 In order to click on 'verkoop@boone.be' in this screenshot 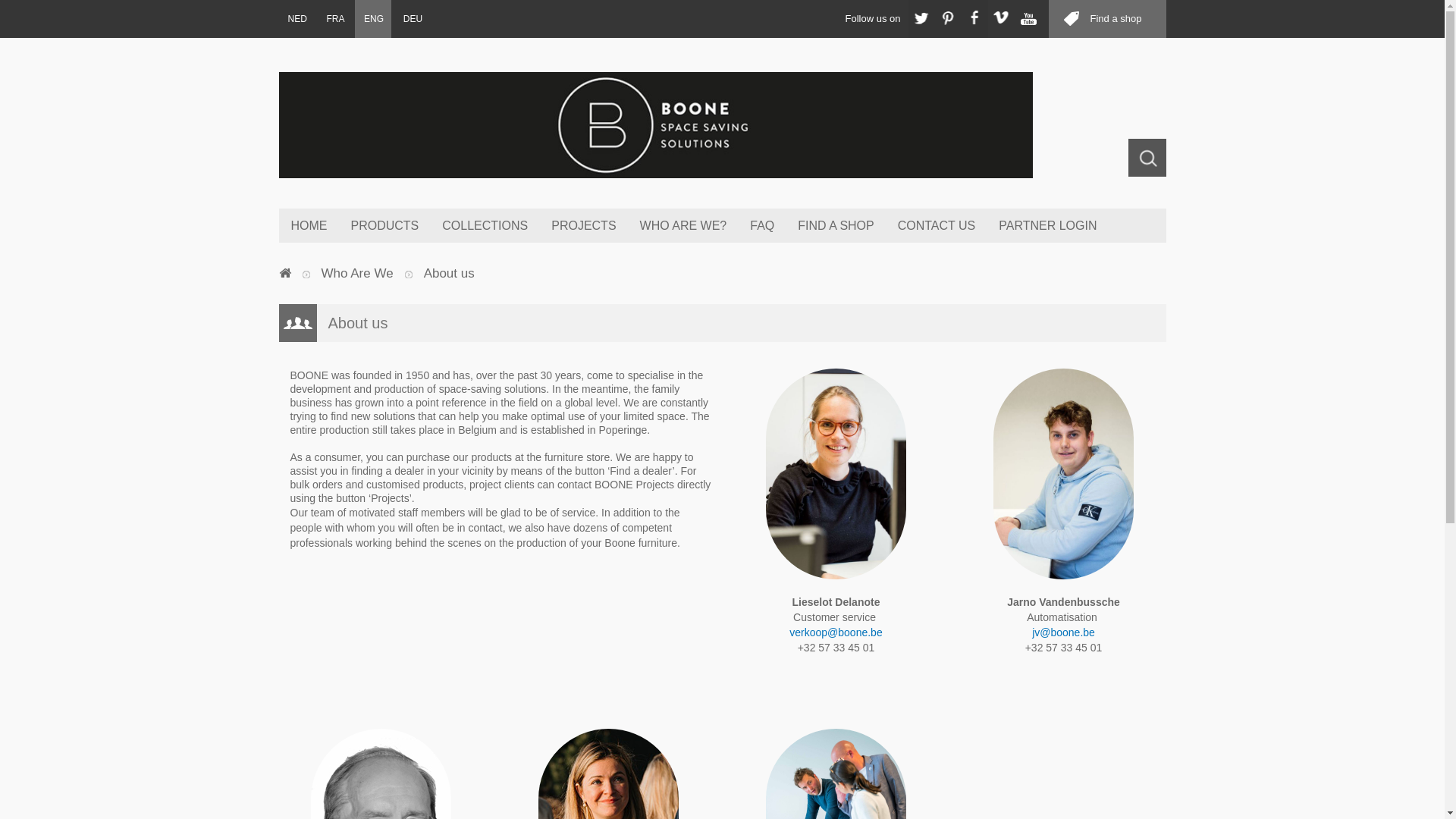, I will do `click(835, 632)`.